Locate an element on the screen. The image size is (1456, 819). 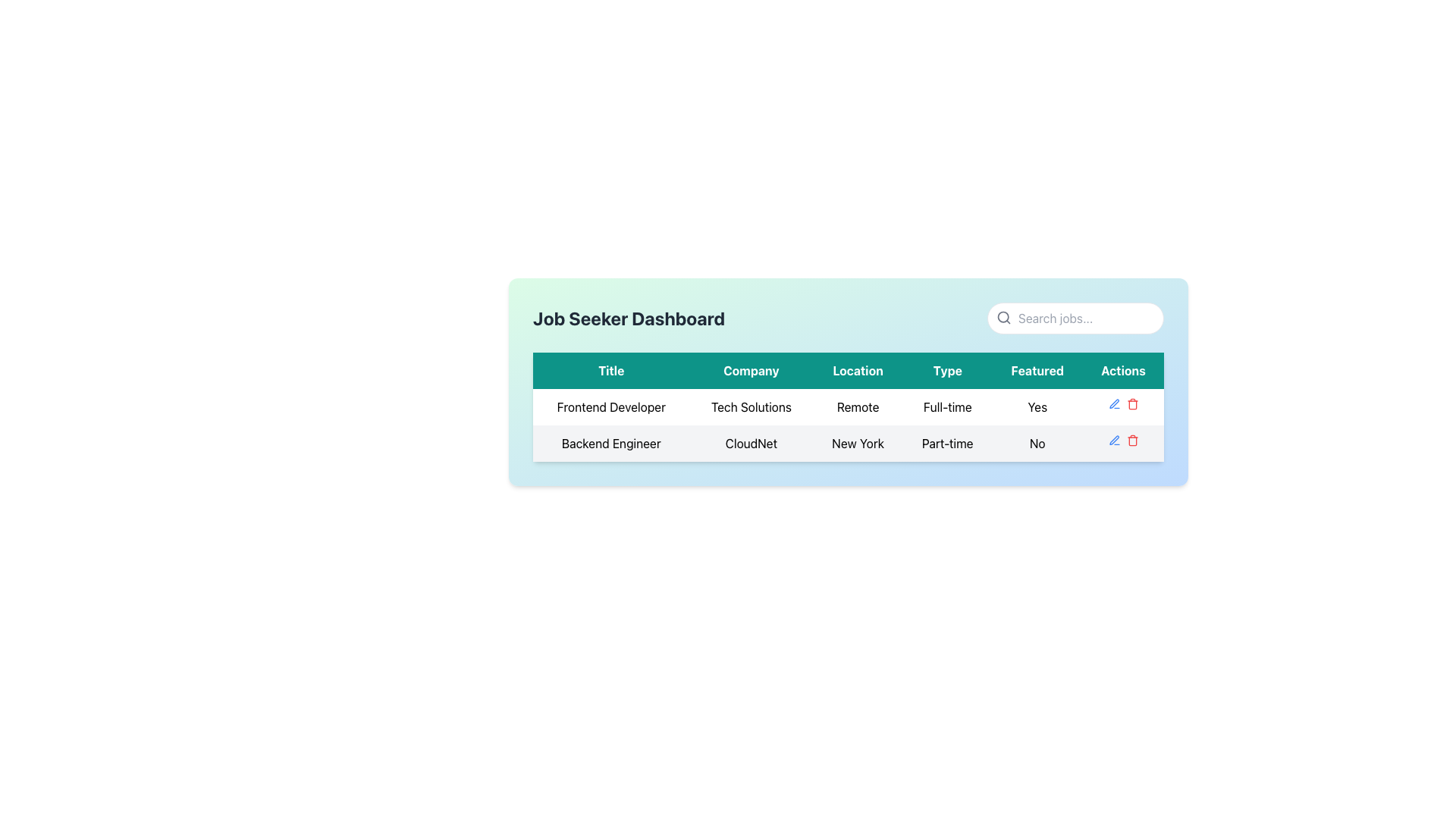
the text label displaying 'CloudNet' in black font, located in the second row under the 'Company' column of the table is located at coordinates (751, 444).